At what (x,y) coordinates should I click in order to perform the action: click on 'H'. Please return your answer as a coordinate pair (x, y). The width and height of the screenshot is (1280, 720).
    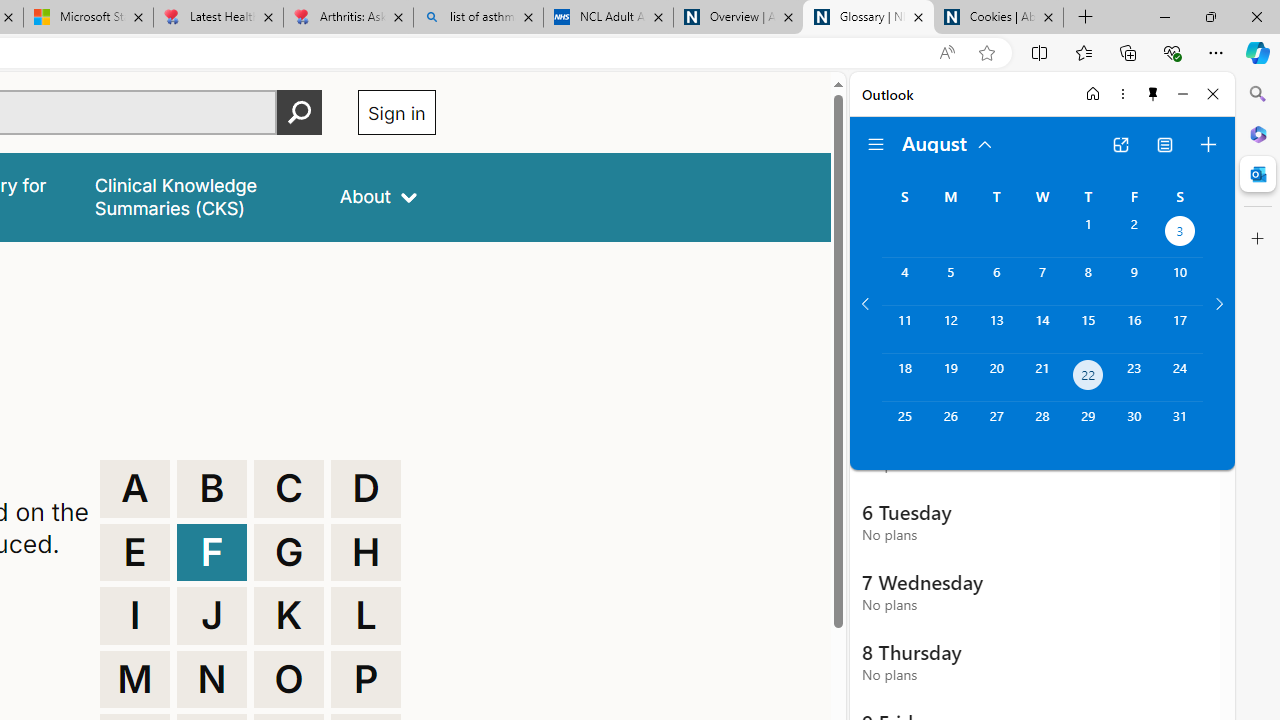
    Looking at the image, I should click on (366, 552).